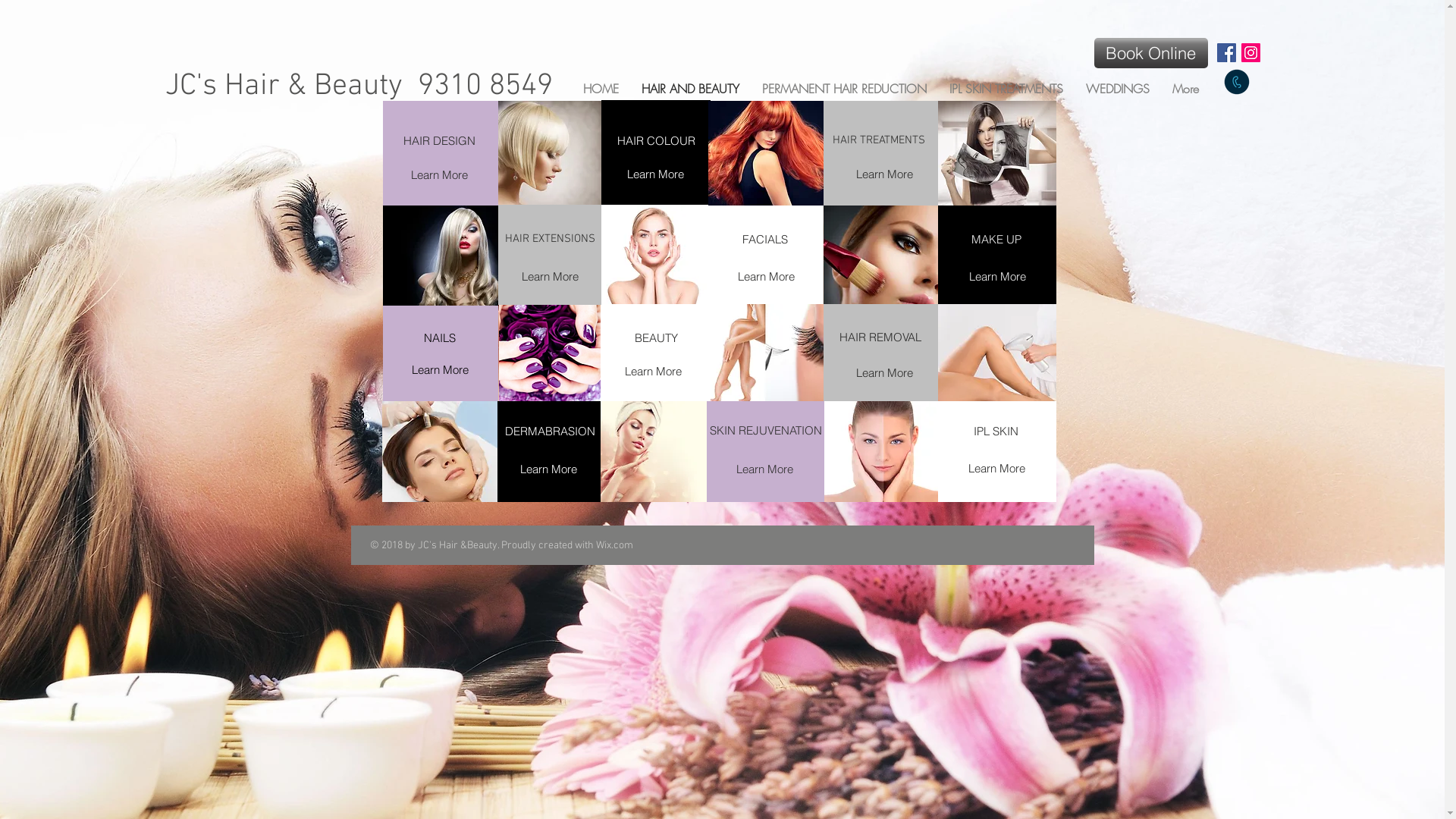 Image resolution: width=1456 pixels, height=819 pixels. I want to click on 'WEDDINGS', so click(1073, 87).